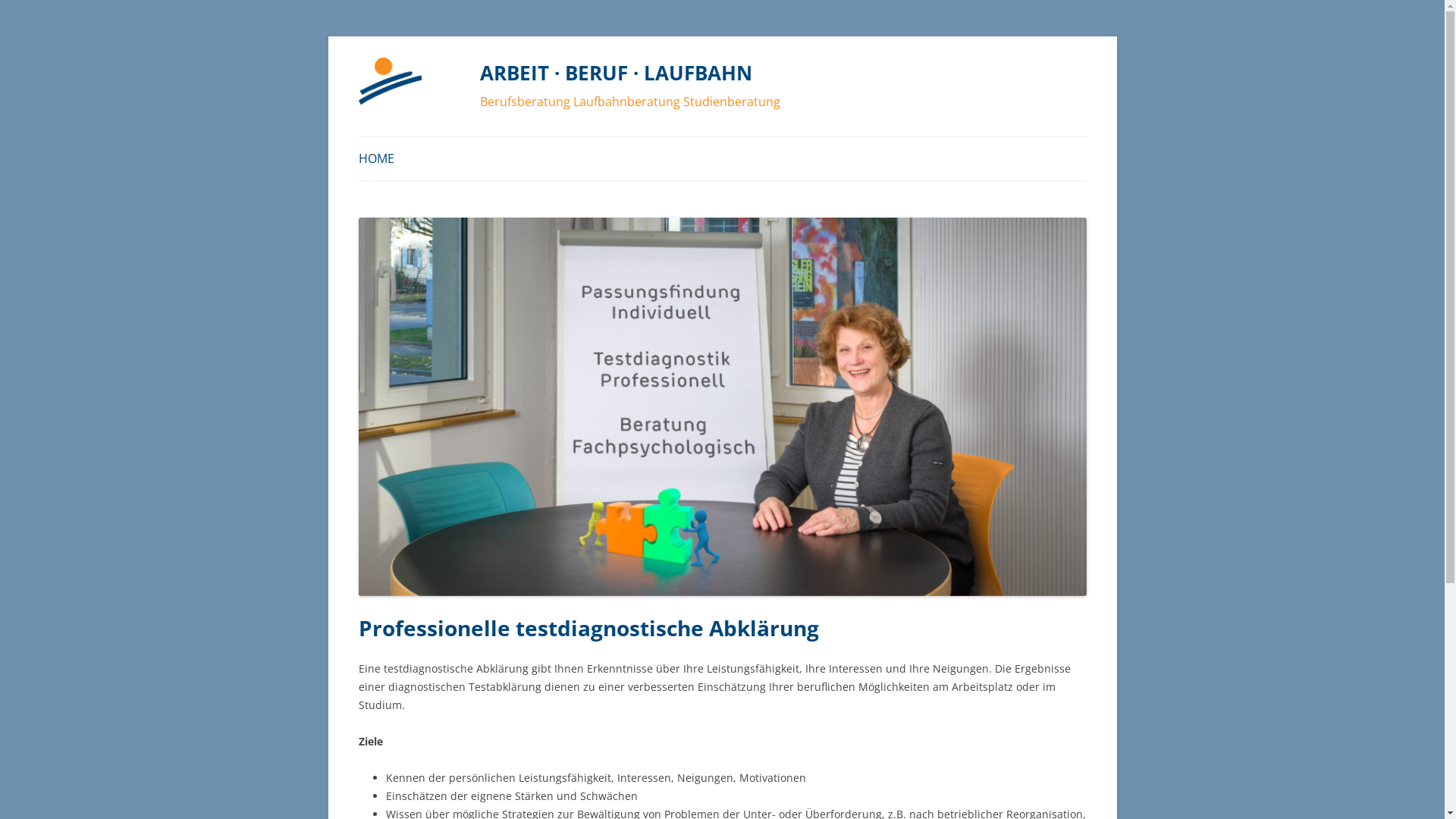 This screenshot has width=1456, height=819. What do you see at coordinates (375, 158) in the screenshot?
I see `'HOME'` at bounding box center [375, 158].